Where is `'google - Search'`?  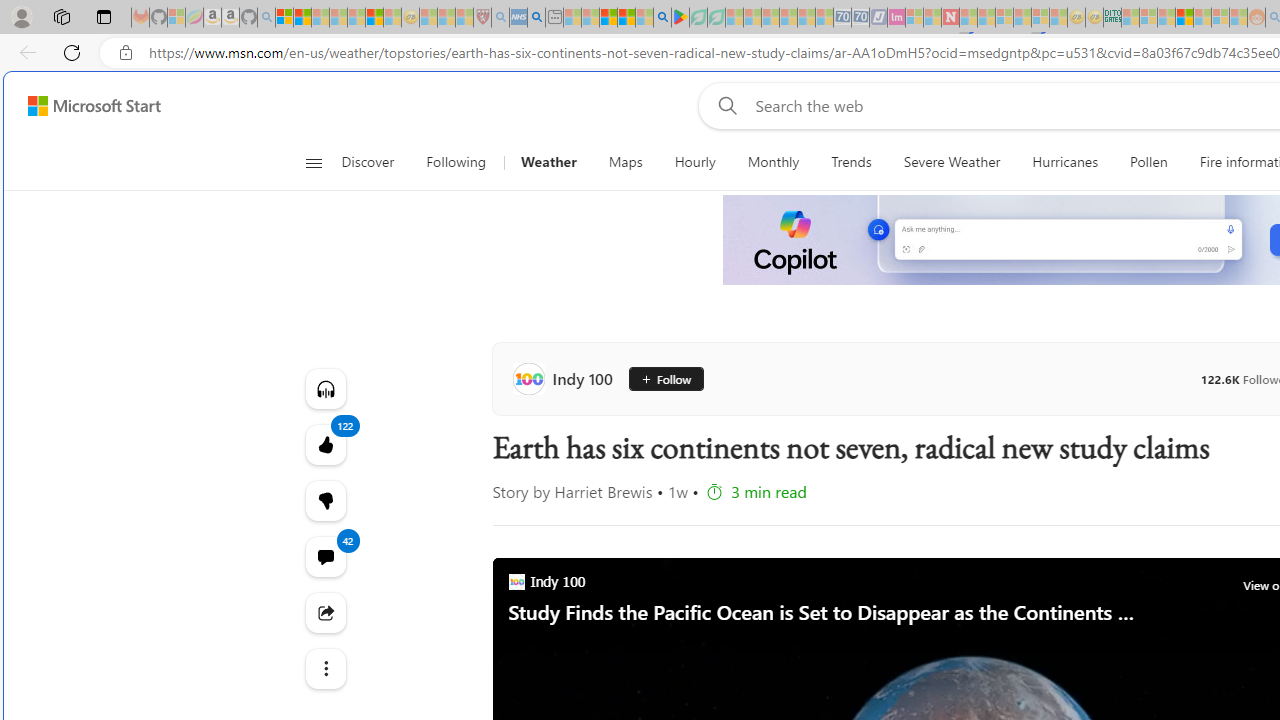
'google - Search' is located at coordinates (662, 17).